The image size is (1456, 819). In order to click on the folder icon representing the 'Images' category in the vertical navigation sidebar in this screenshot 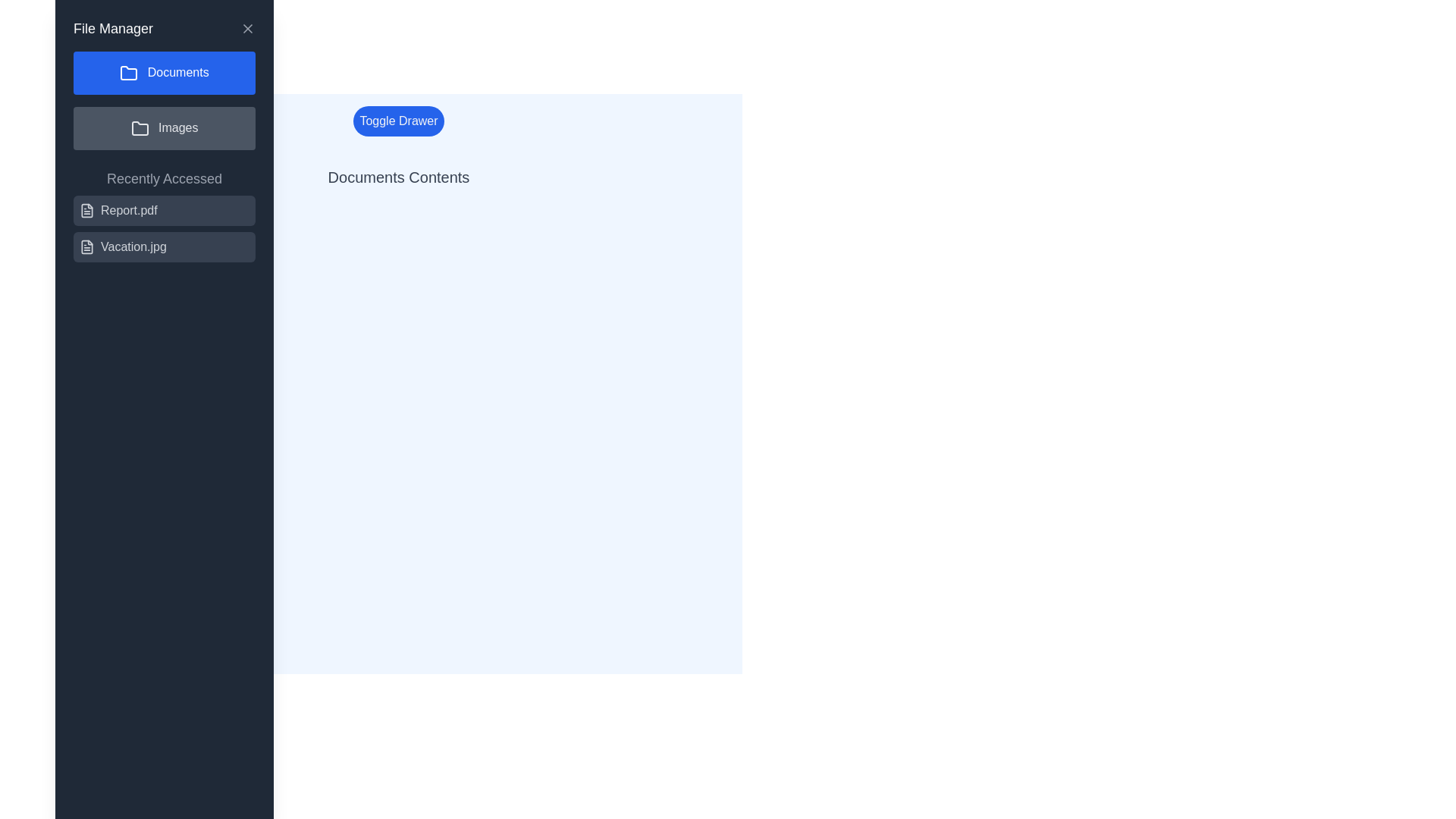, I will do `click(140, 127)`.